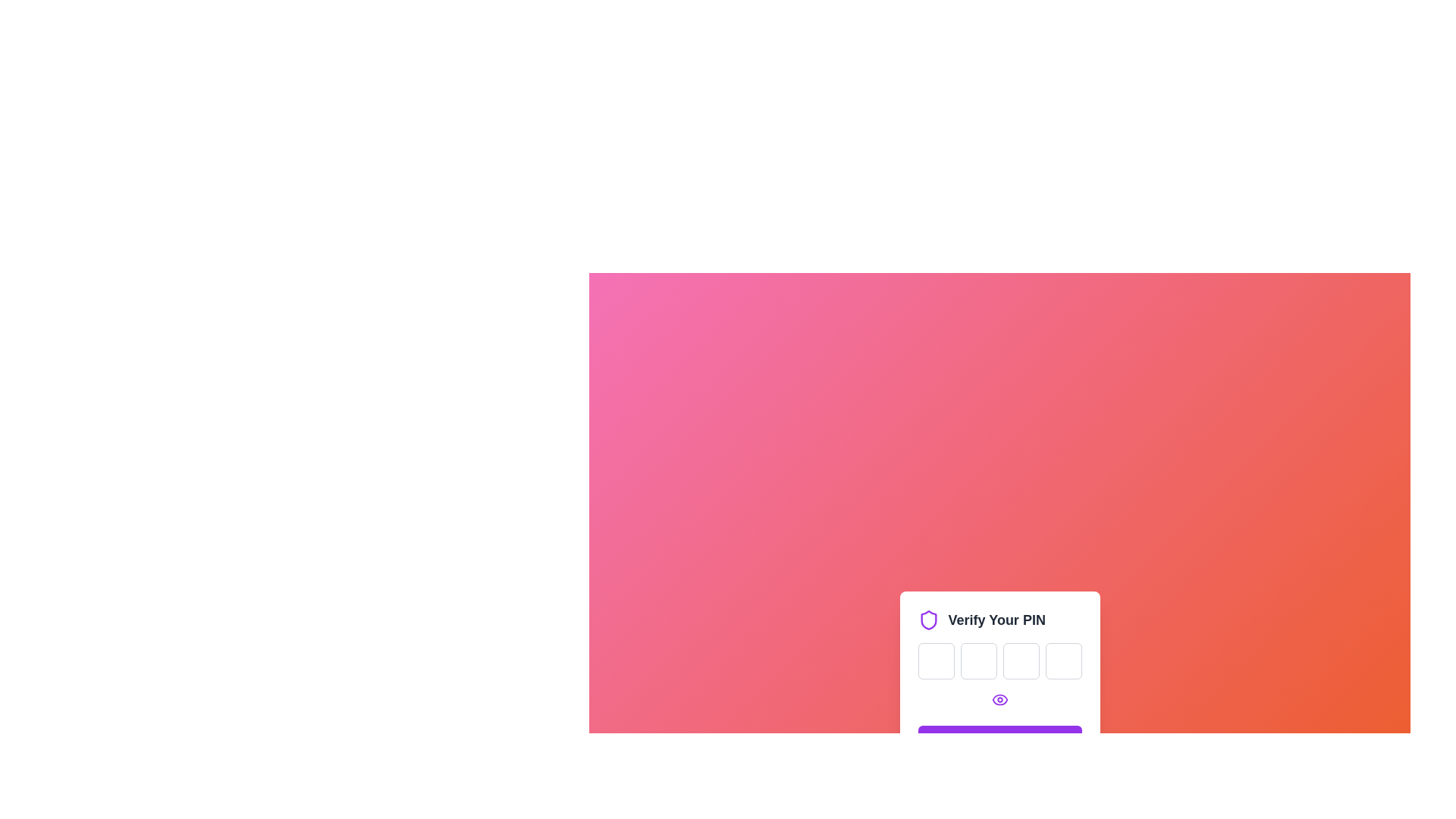  What do you see at coordinates (999, 699) in the screenshot?
I see `the purple eye icon button located below the PIN input boxes in the 'Verify Your PIN' panel` at bounding box center [999, 699].